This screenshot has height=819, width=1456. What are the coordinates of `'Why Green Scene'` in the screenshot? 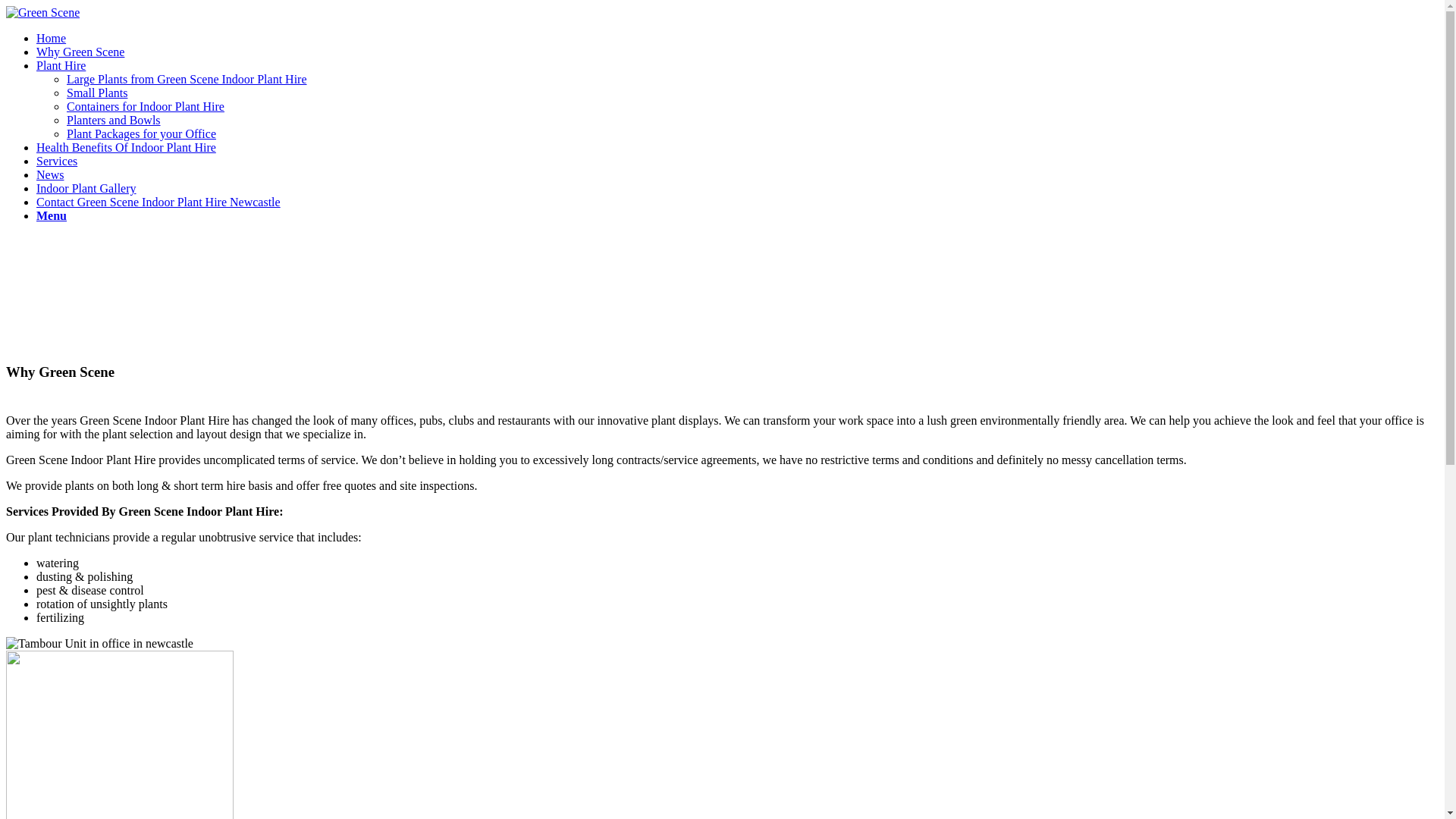 It's located at (79, 51).